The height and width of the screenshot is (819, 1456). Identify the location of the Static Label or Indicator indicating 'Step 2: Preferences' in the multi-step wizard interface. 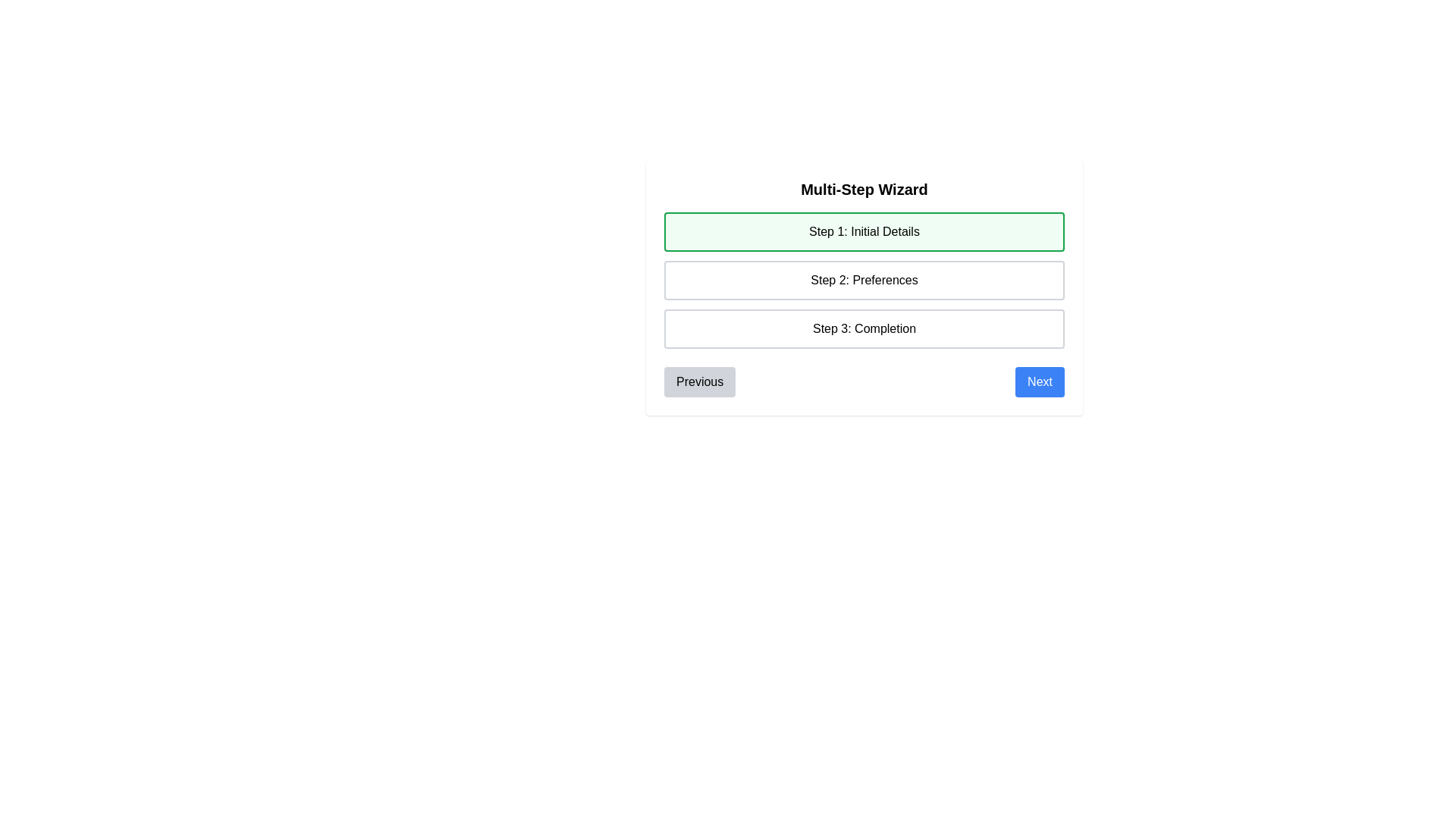
(864, 281).